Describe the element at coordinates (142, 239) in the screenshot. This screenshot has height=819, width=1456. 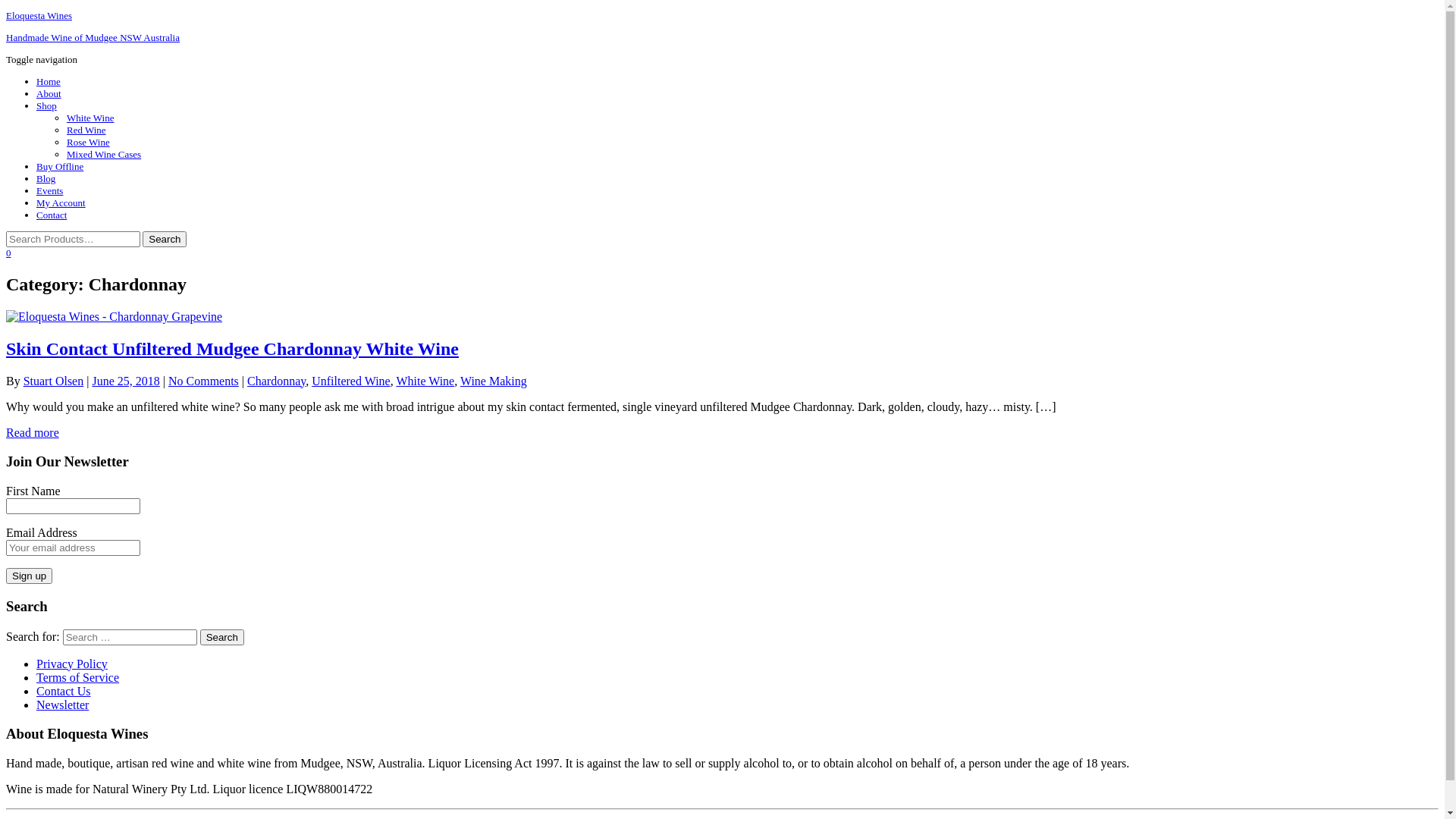
I see `'Search'` at that location.